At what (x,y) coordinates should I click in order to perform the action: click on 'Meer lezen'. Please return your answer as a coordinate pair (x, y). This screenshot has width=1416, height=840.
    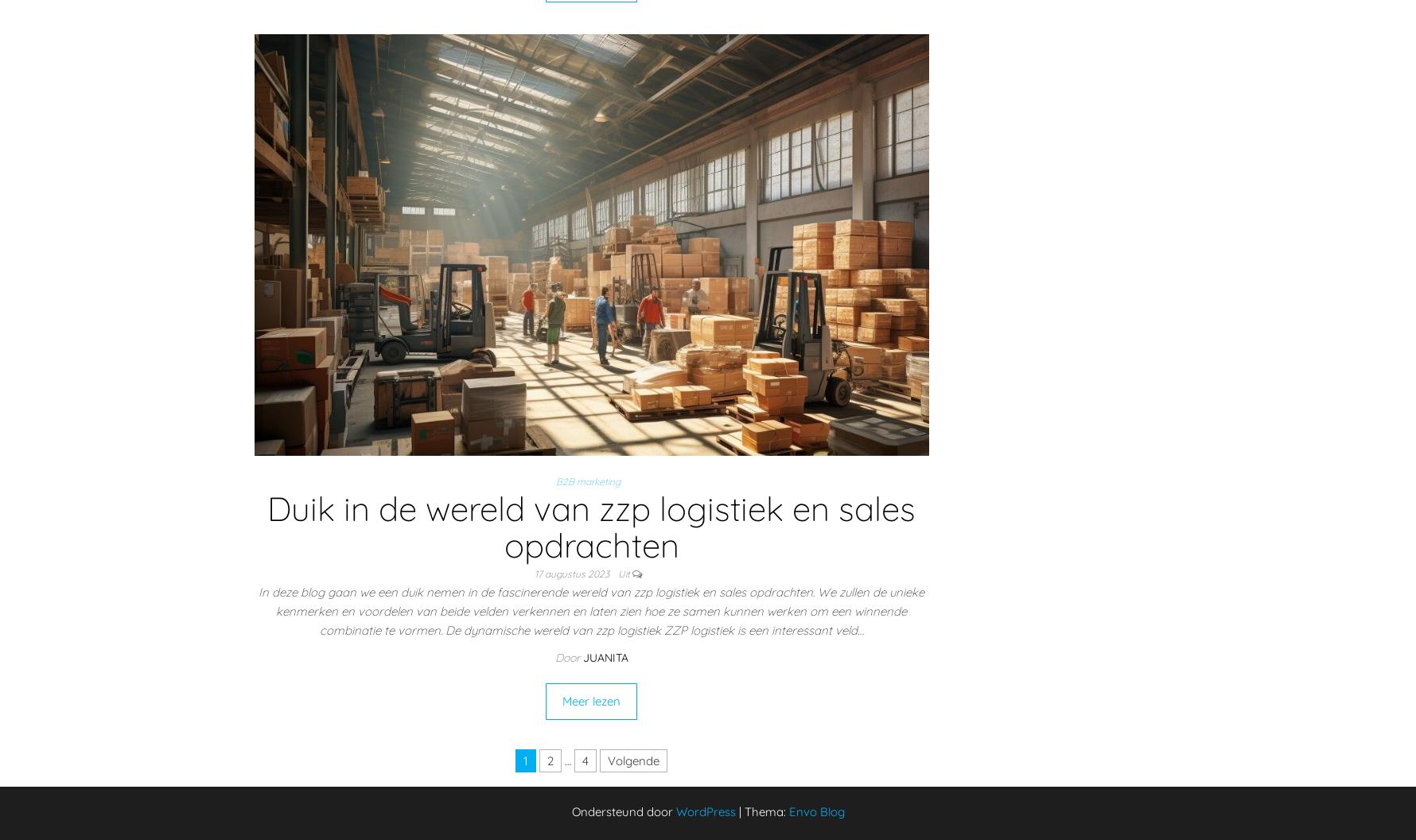
    Looking at the image, I should click on (591, 700).